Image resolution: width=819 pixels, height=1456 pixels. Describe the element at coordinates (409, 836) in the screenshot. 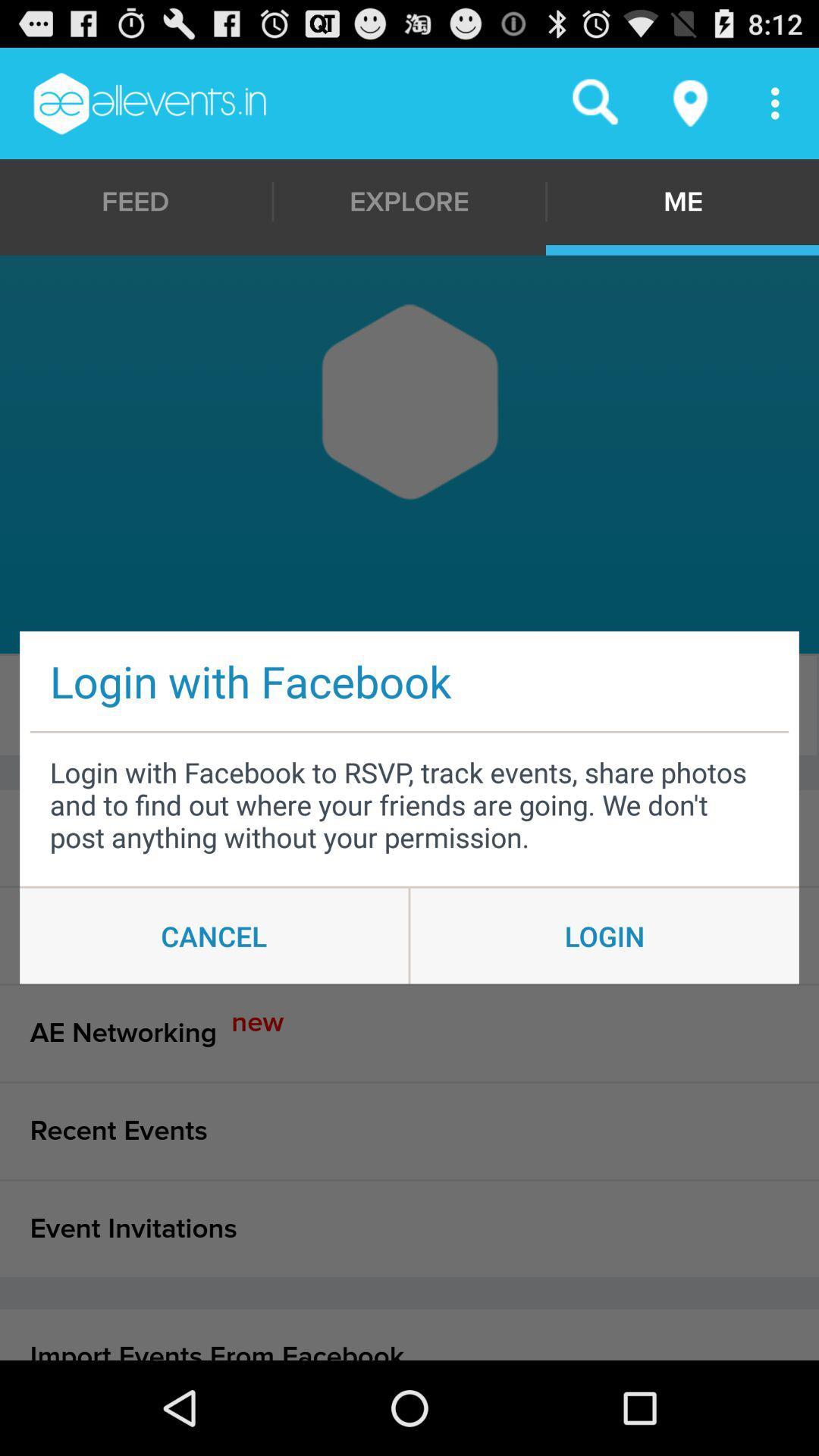

I see `the events i am item` at that location.